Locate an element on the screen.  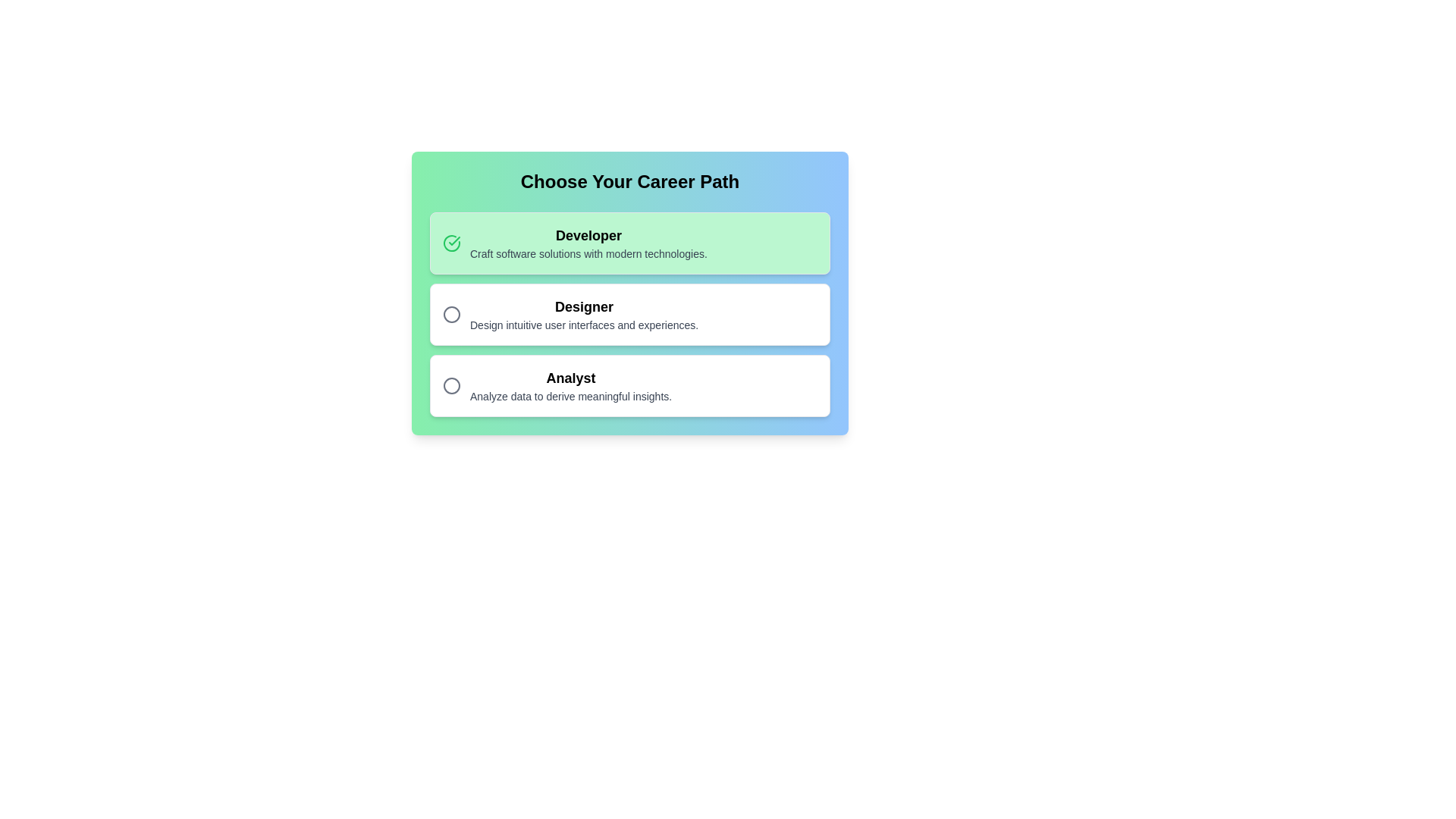
the circle graphic element that serves as a radio button in the 'Analyst' segment is located at coordinates (450, 385).